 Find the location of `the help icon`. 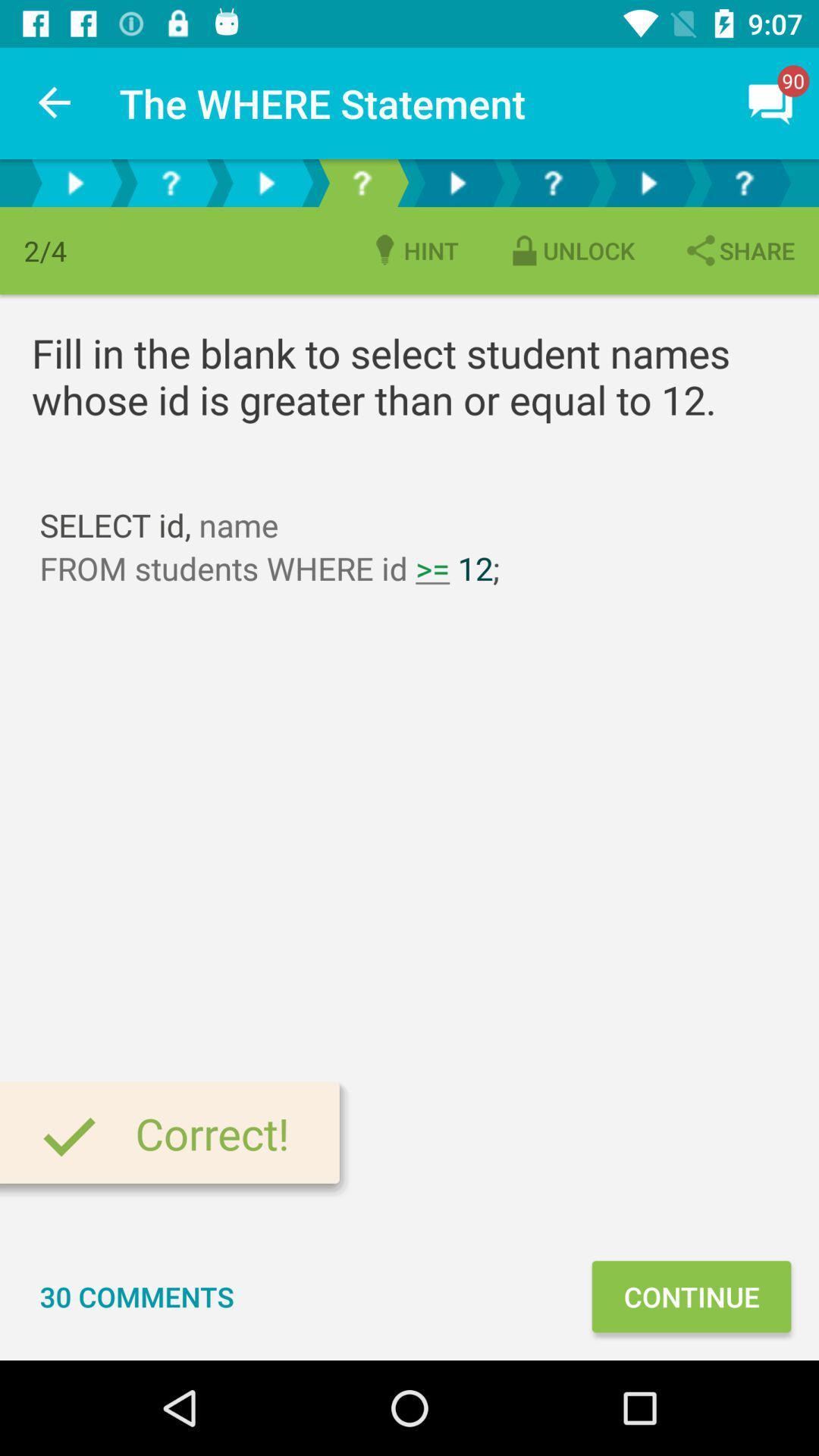

the help icon is located at coordinates (362, 182).